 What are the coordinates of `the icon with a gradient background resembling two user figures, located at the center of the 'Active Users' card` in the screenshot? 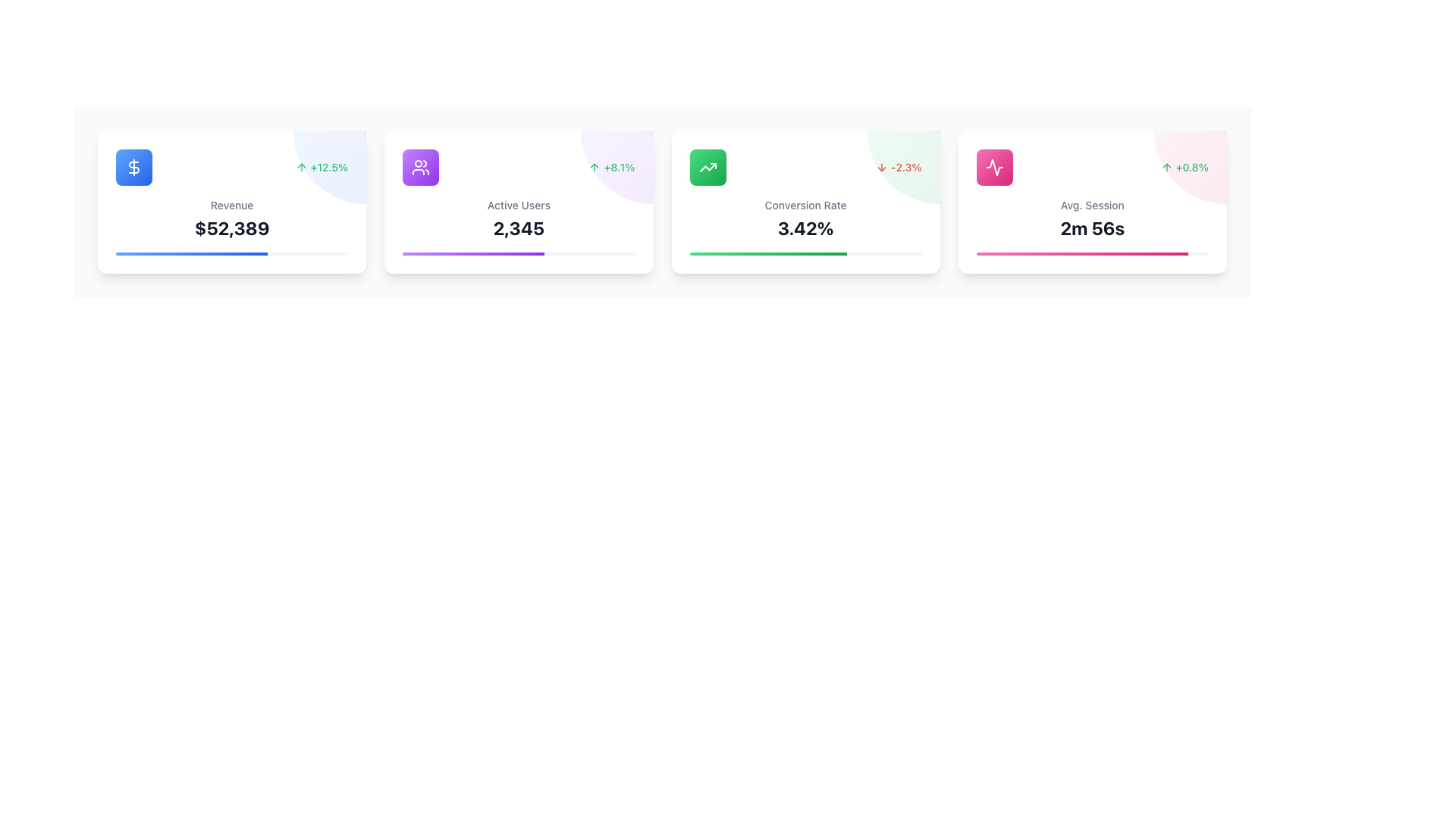 It's located at (421, 167).